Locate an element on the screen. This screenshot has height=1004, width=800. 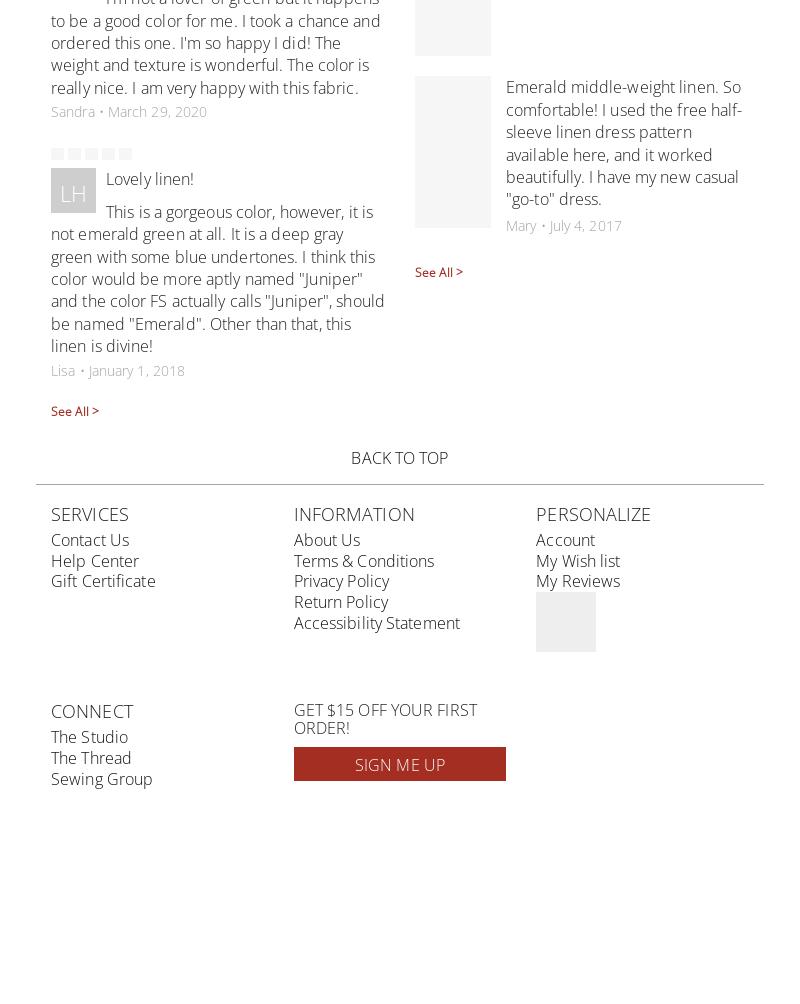
'Mary  • July 4, 2017' is located at coordinates (563, 223).